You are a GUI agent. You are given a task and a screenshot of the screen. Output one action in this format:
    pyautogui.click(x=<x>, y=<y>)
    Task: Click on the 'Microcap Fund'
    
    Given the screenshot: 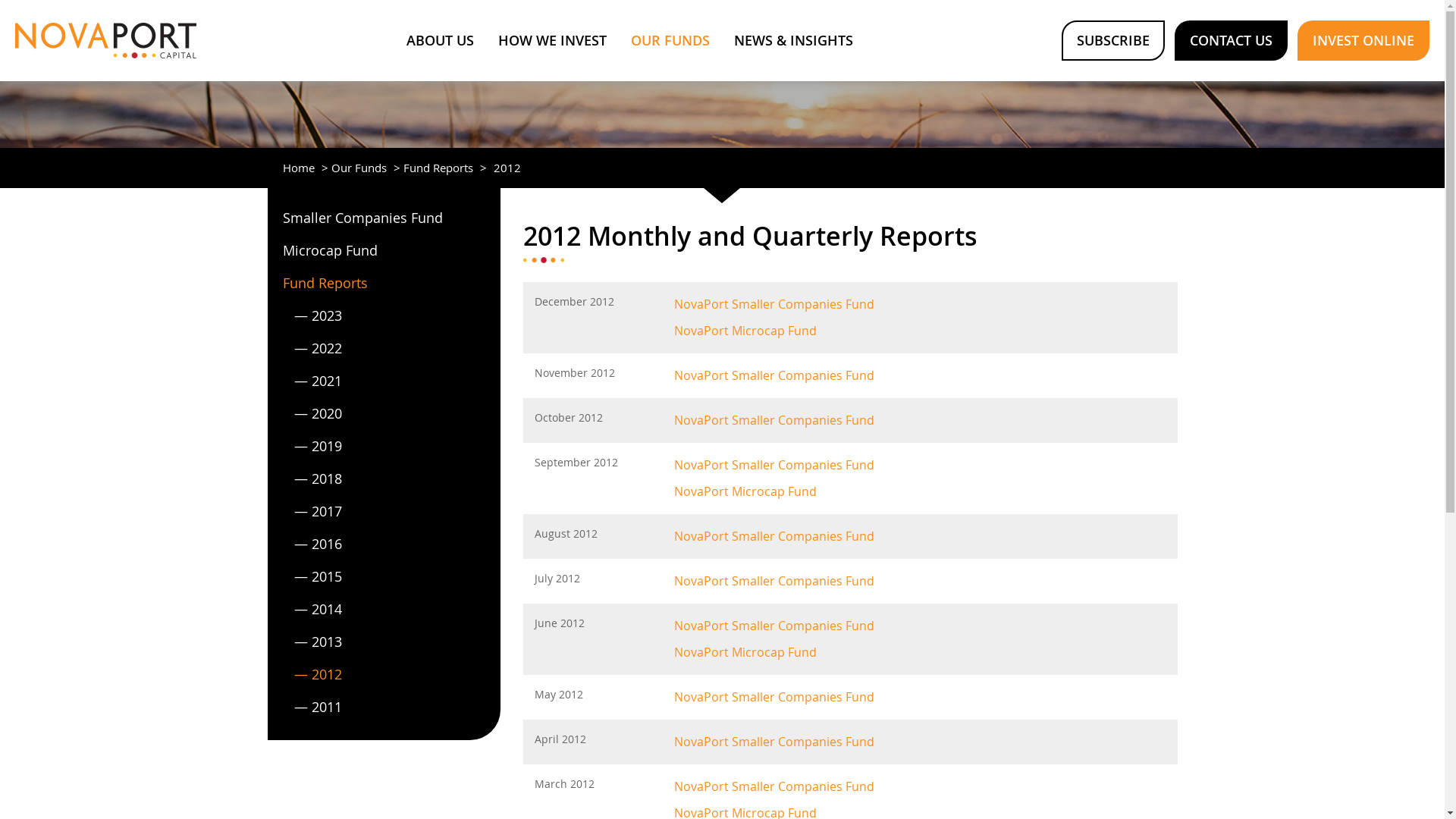 What is the action you would take?
    pyautogui.click(x=383, y=244)
    